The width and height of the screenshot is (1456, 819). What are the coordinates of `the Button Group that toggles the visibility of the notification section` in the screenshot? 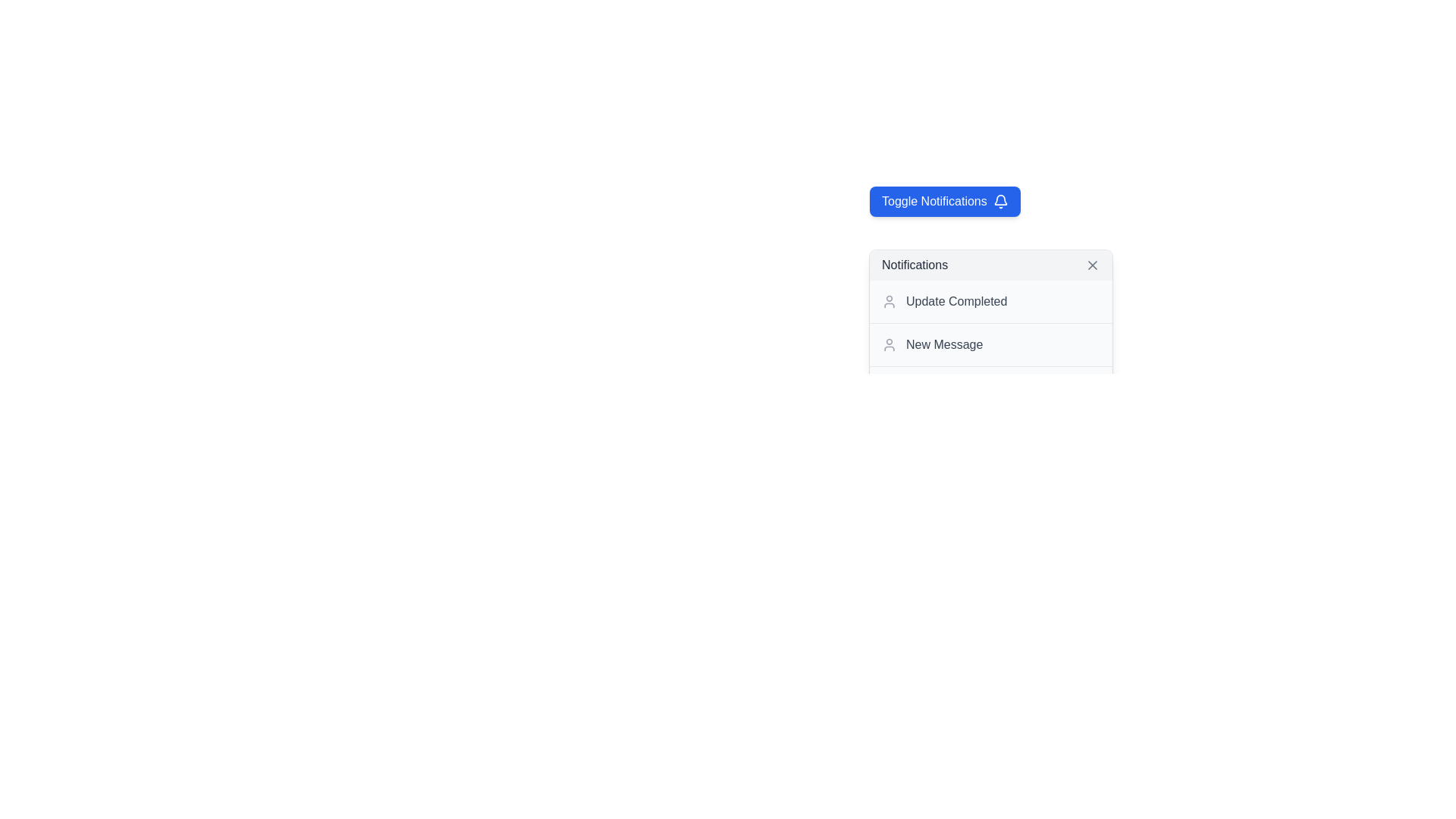 It's located at (1034, 201).